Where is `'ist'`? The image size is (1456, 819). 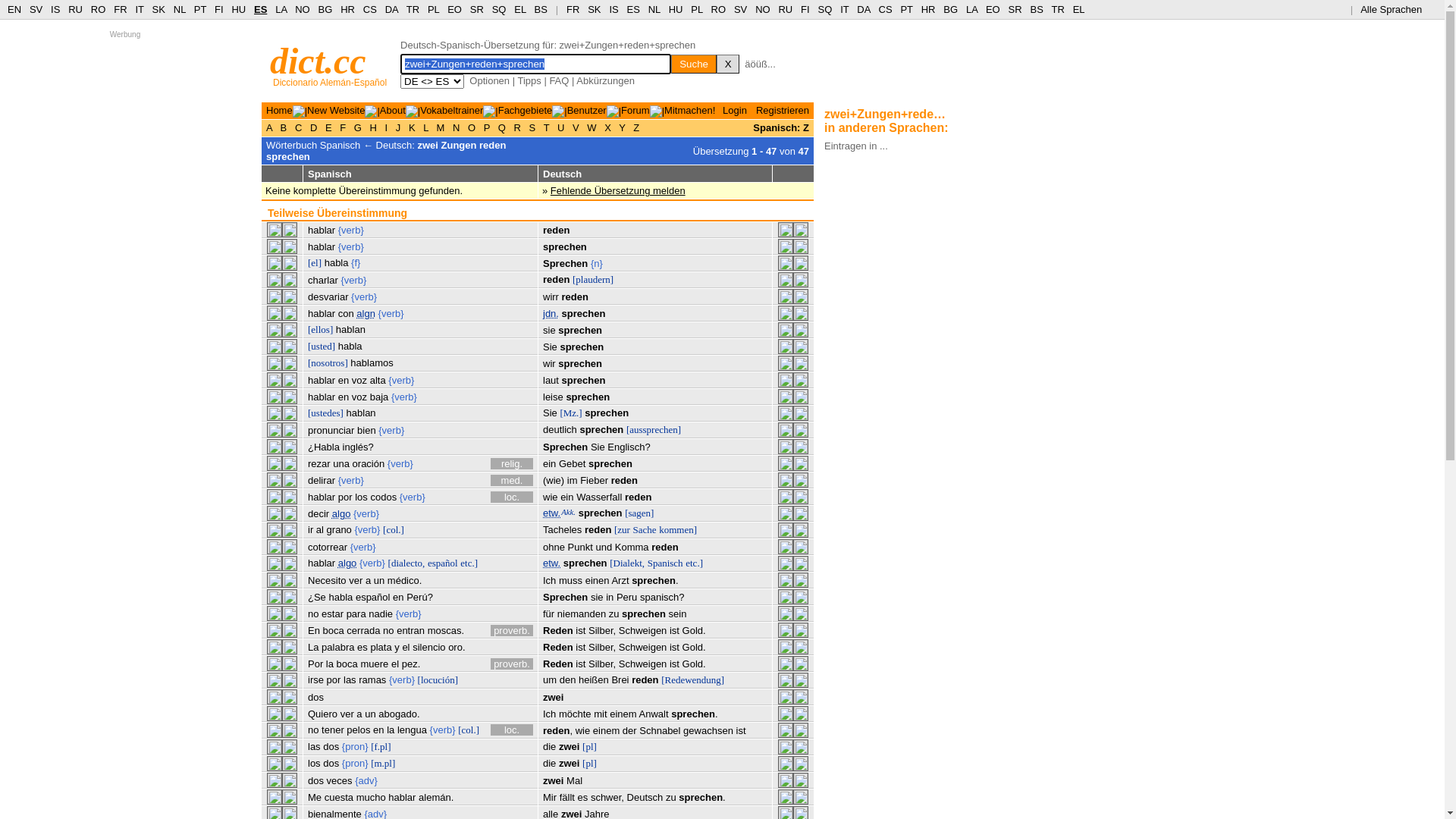
'ist' is located at coordinates (673, 663).